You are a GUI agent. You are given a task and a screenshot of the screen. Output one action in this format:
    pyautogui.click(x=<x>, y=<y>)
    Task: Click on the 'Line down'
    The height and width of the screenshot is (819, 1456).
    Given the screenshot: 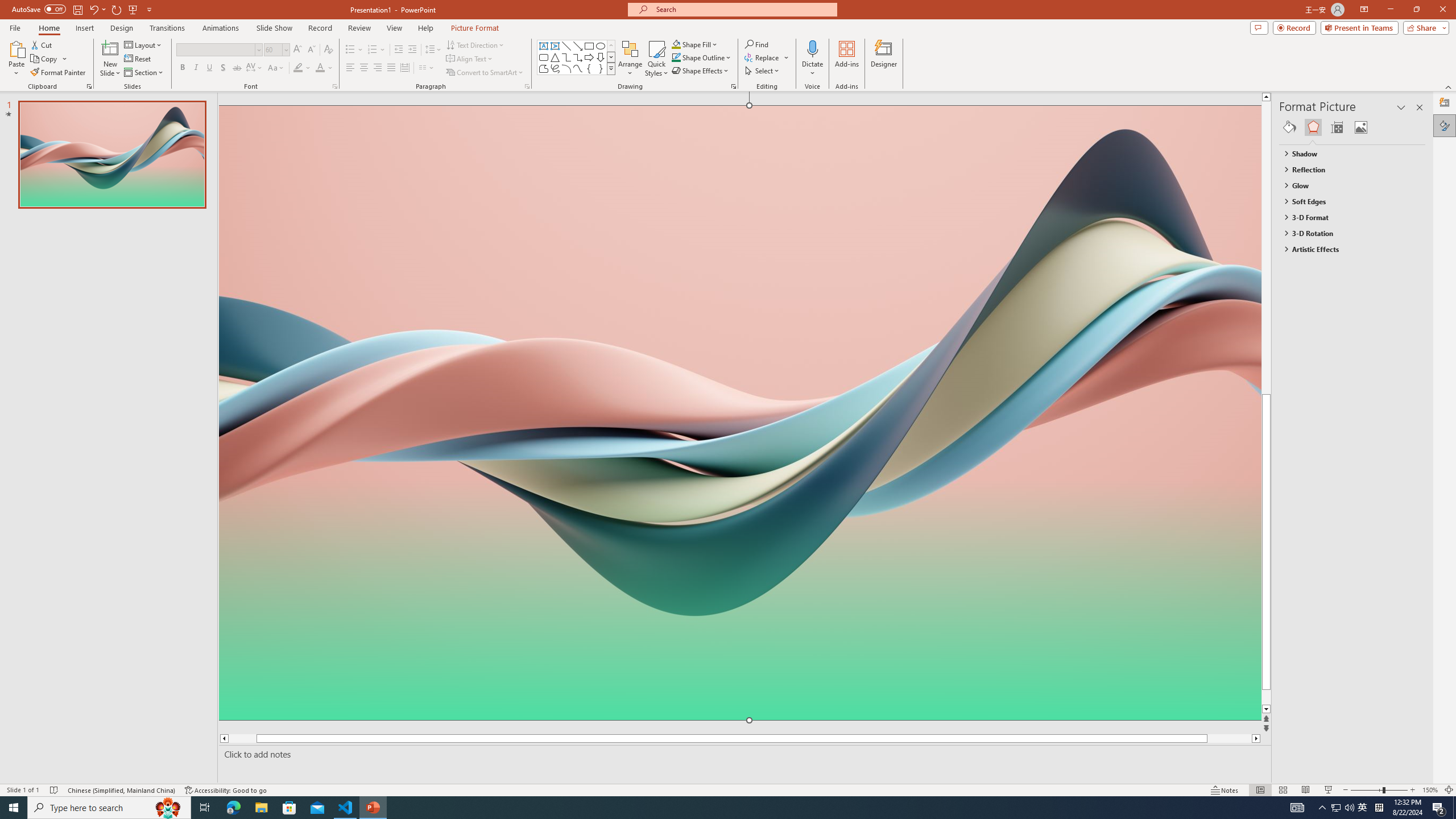 What is the action you would take?
    pyautogui.click(x=1287, y=709)
    